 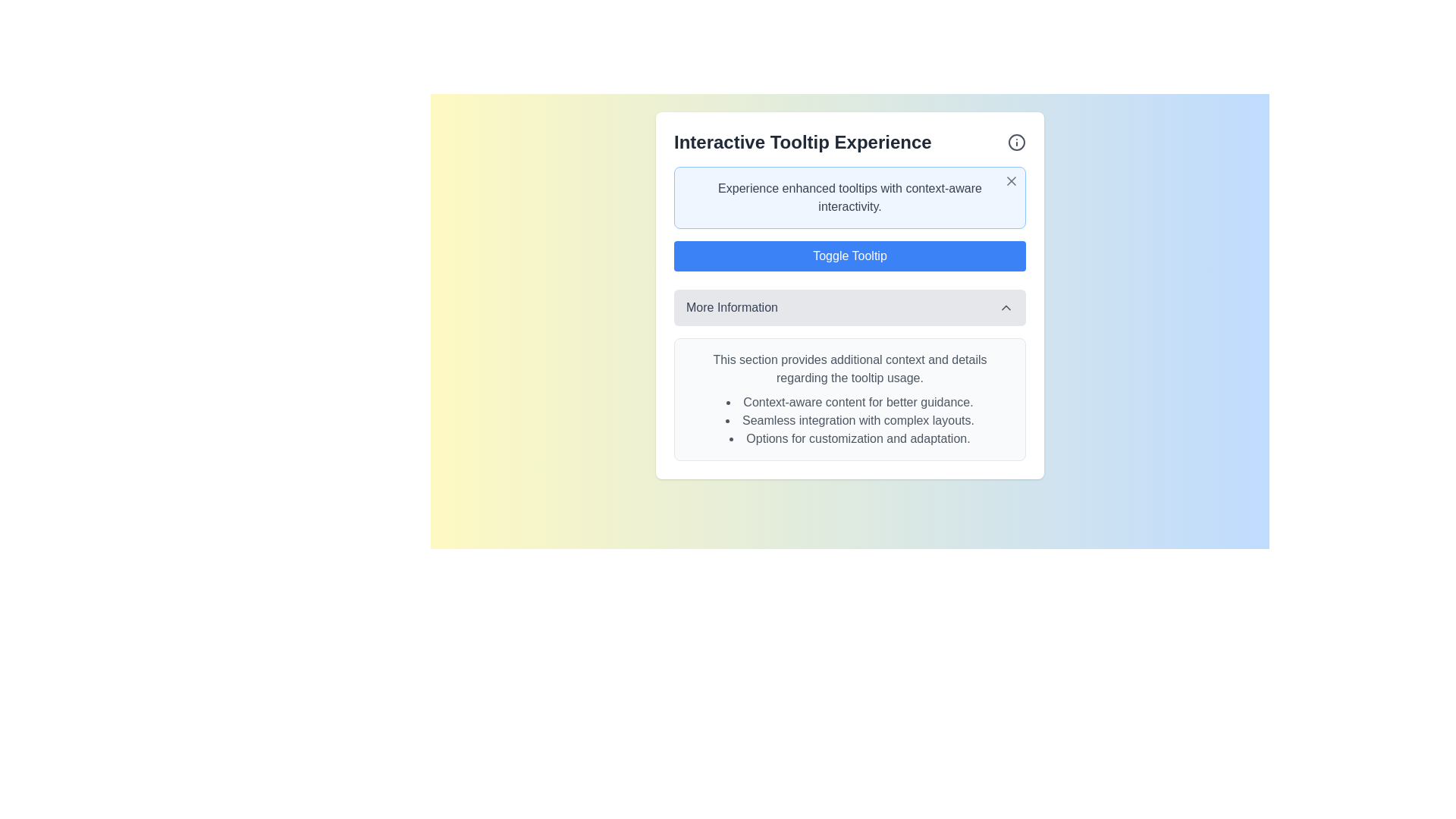 I want to click on the gray circular icon with an exclamation mark at its center, located at the top-right corner of the 'Interactive Tooltip Experience' section, so click(x=1016, y=143).